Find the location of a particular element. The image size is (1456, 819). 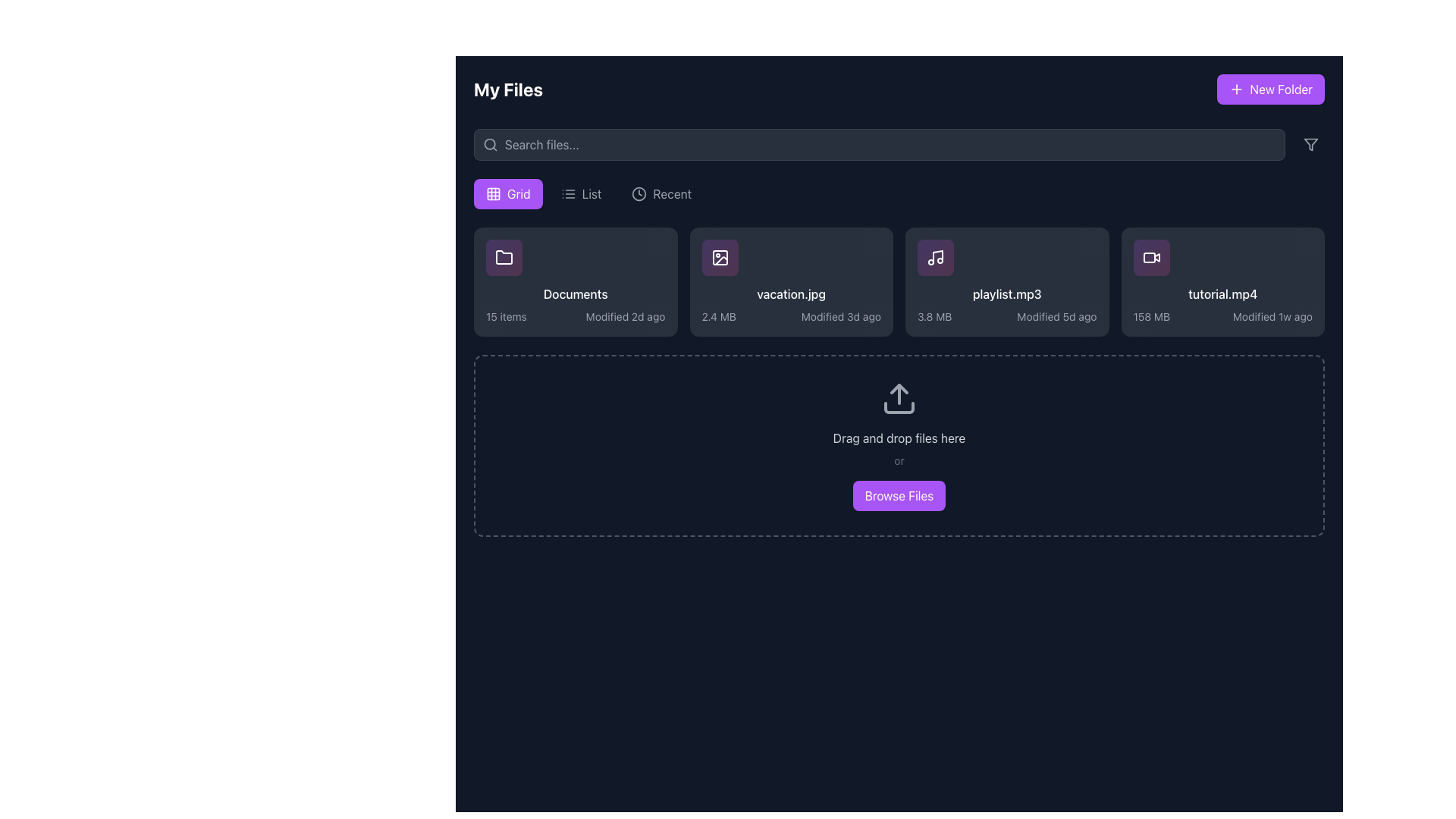

the SVG icon of a video camera with a recording symbol, which is the fourth item in the grid layout located in the top-right of the file grid is located at coordinates (1151, 256).